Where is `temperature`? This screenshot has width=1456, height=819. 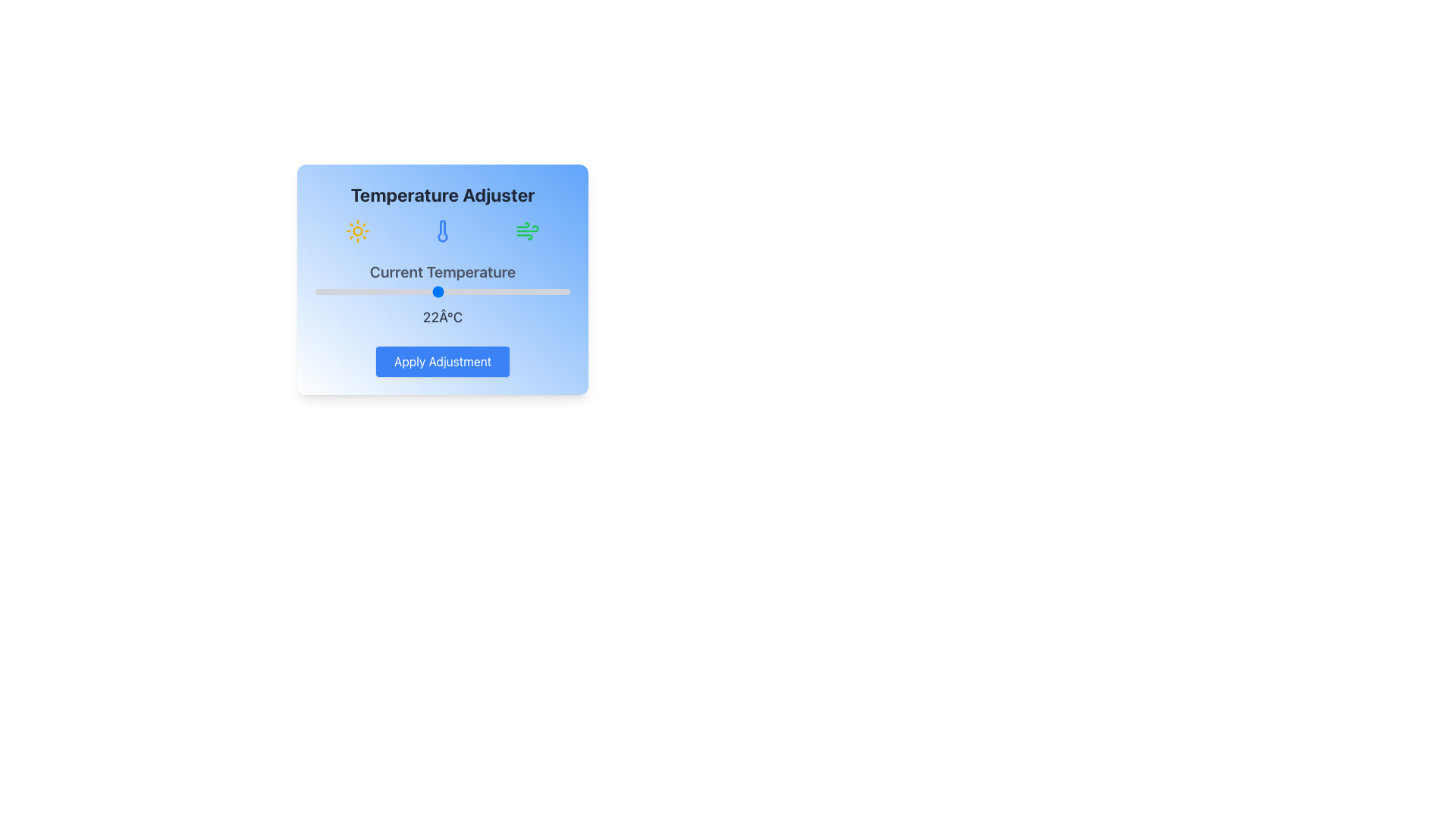 temperature is located at coordinates (447, 292).